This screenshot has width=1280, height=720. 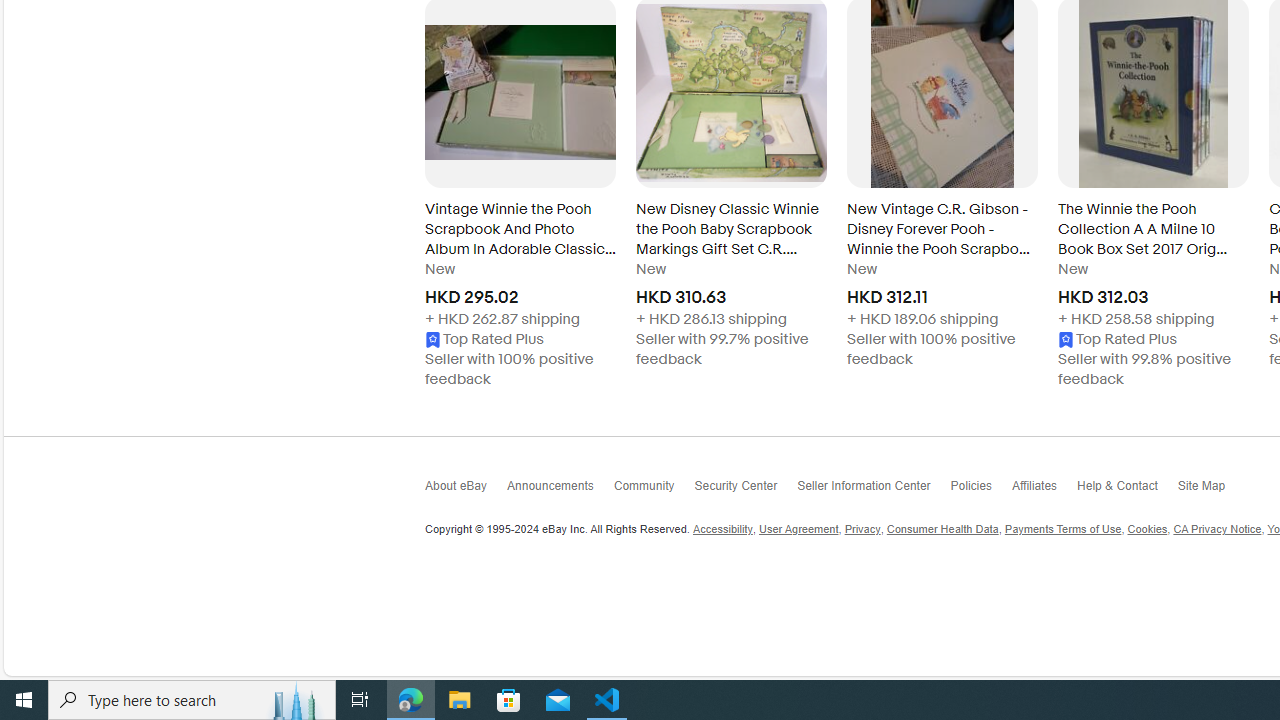 What do you see at coordinates (941, 528) in the screenshot?
I see `'Consumer Health Data'` at bounding box center [941, 528].